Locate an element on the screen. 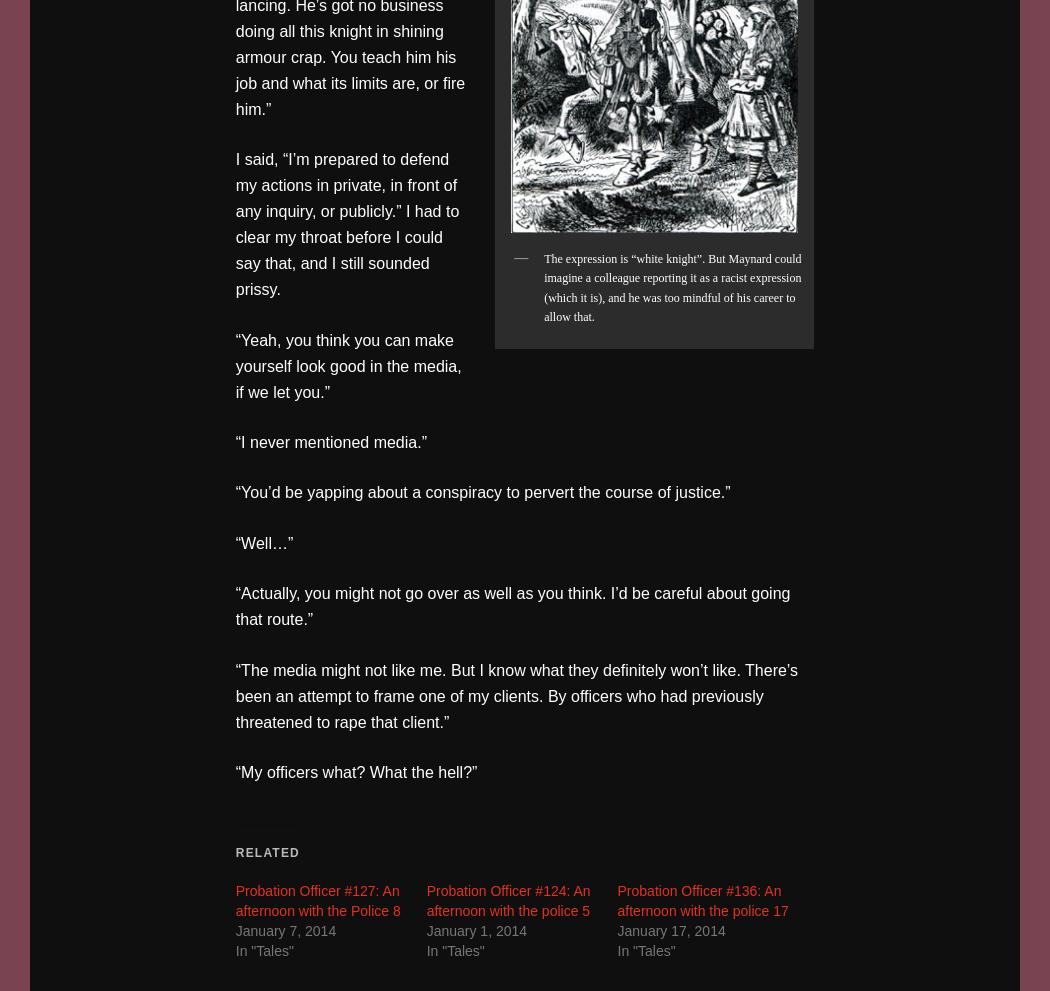  'Related' is located at coordinates (266, 851).